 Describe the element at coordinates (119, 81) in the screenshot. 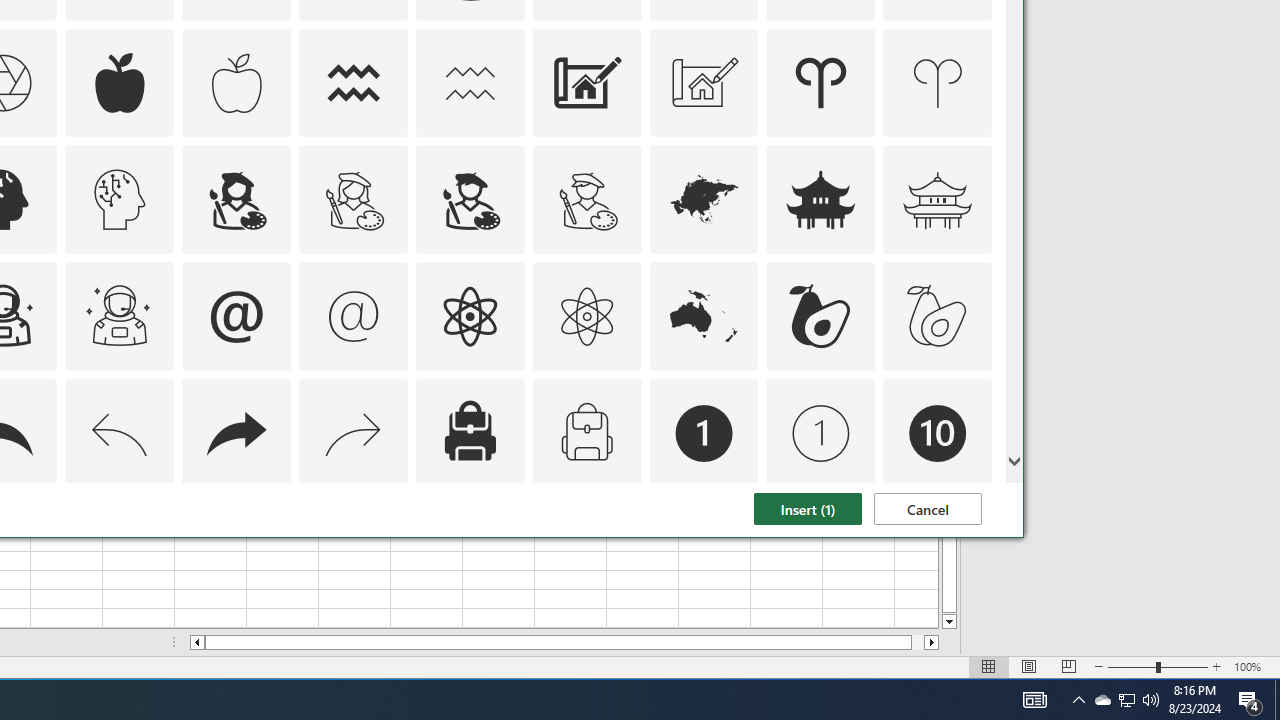

I see `'AutomationID: Icons_Apple'` at that location.